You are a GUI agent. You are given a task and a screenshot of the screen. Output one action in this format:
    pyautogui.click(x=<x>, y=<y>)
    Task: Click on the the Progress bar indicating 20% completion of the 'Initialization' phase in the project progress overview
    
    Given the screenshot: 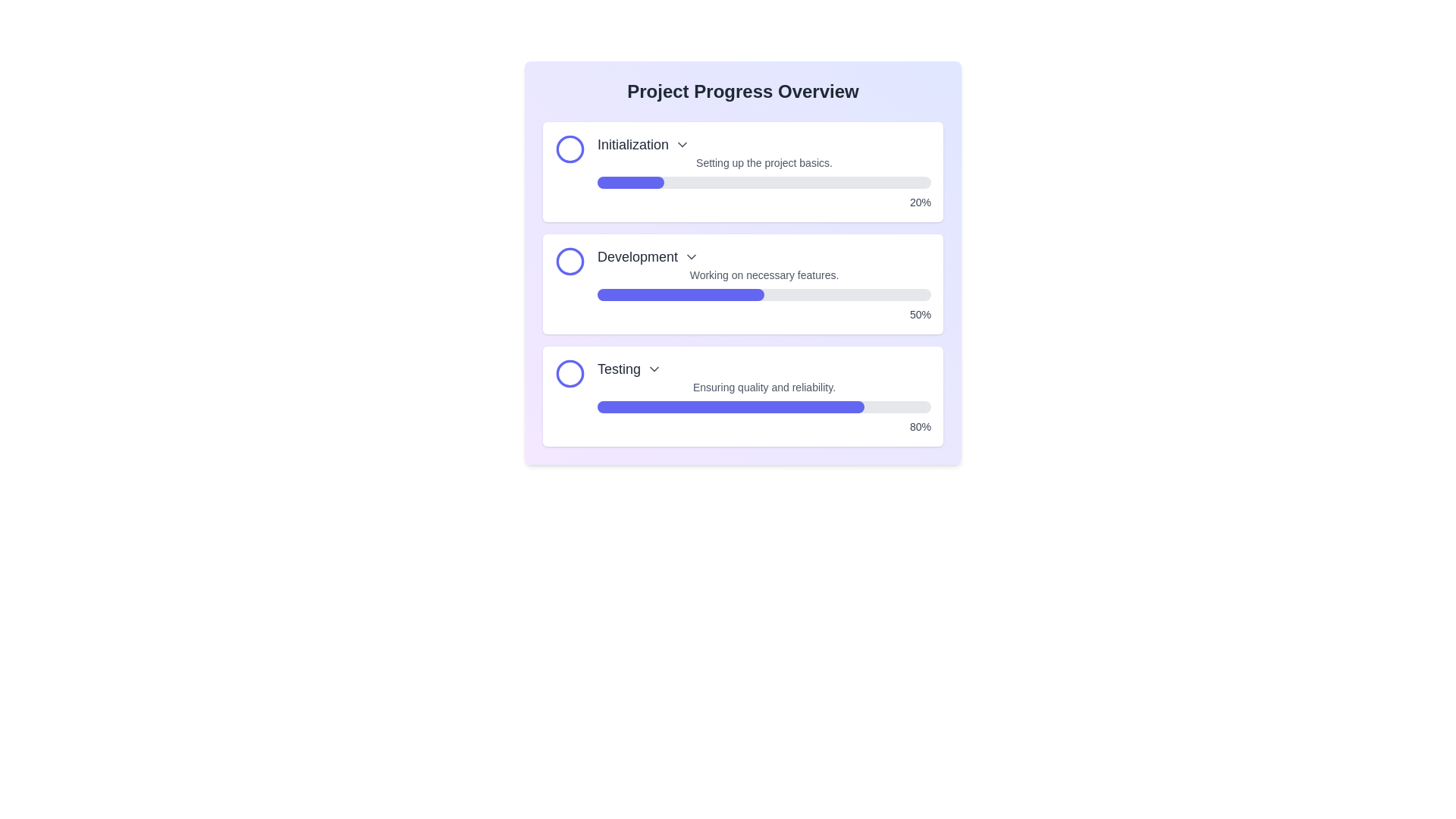 What is the action you would take?
    pyautogui.click(x=630, y=181)
    